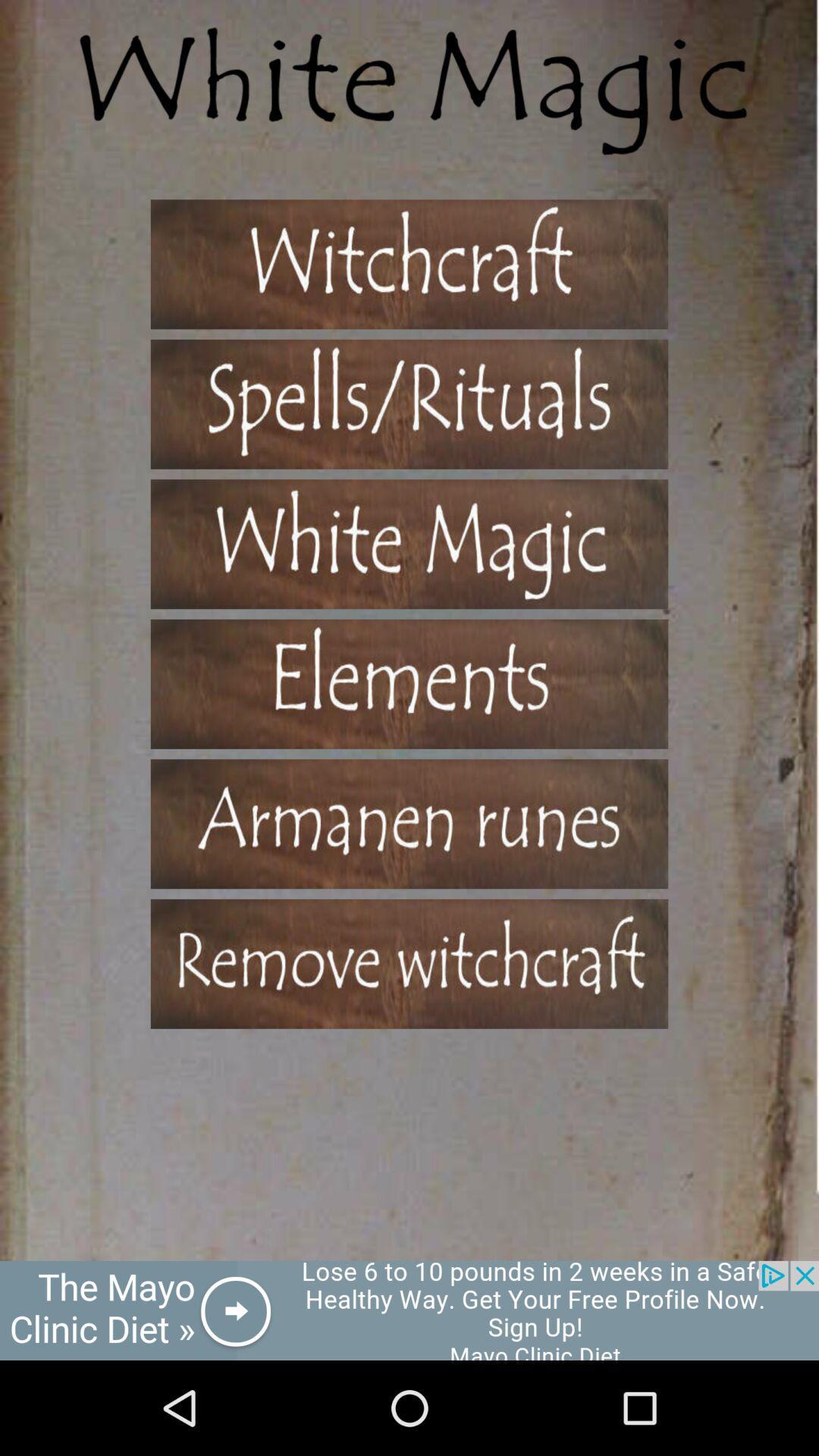 The width and height of the screenshot is (819, 1456). Describe the element at coordinates (409, 544) in the screenshot. I see `games option` at that location.